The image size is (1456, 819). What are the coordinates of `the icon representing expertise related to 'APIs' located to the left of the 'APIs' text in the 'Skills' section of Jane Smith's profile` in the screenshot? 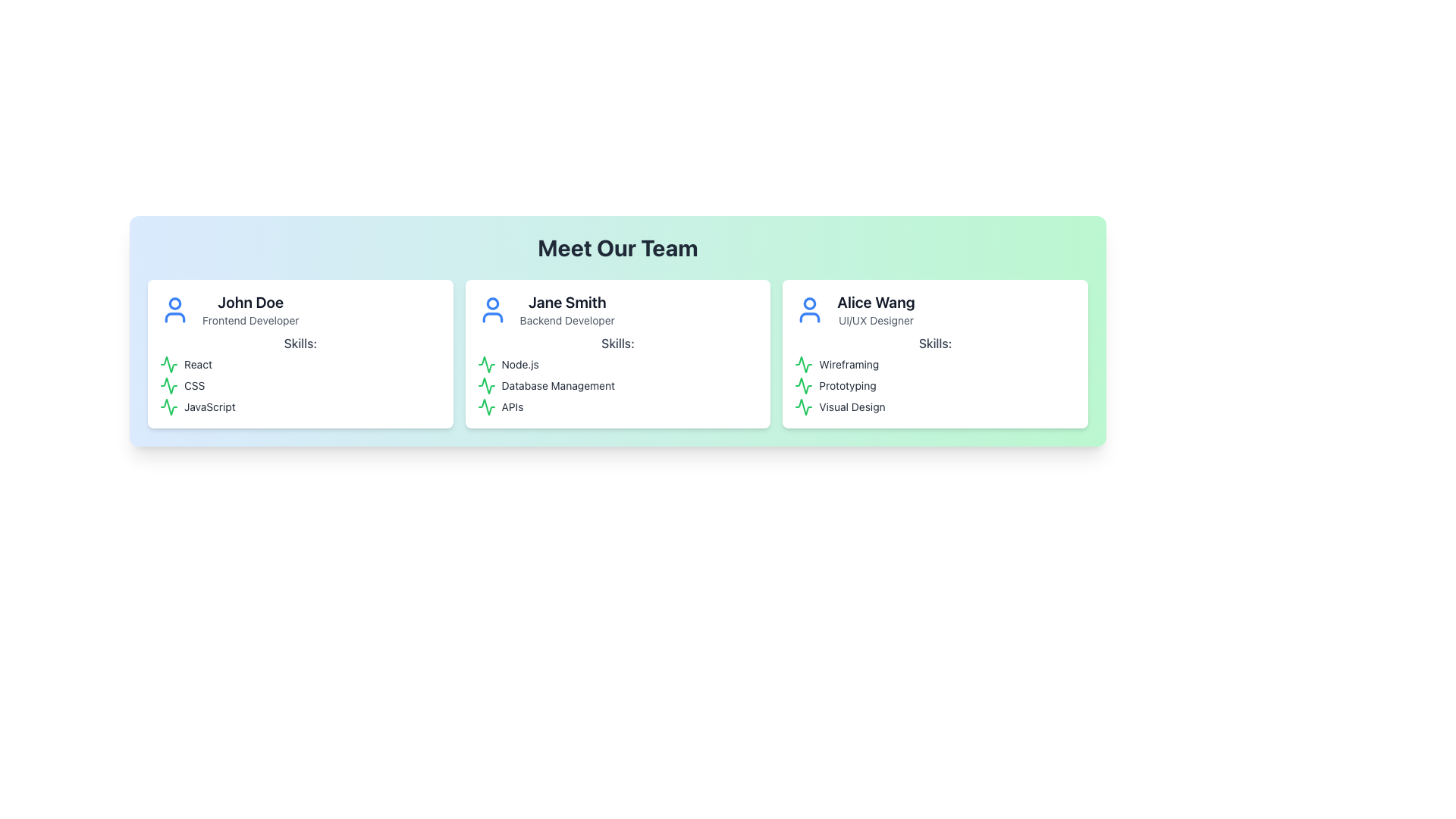 It's located at (486, 406).